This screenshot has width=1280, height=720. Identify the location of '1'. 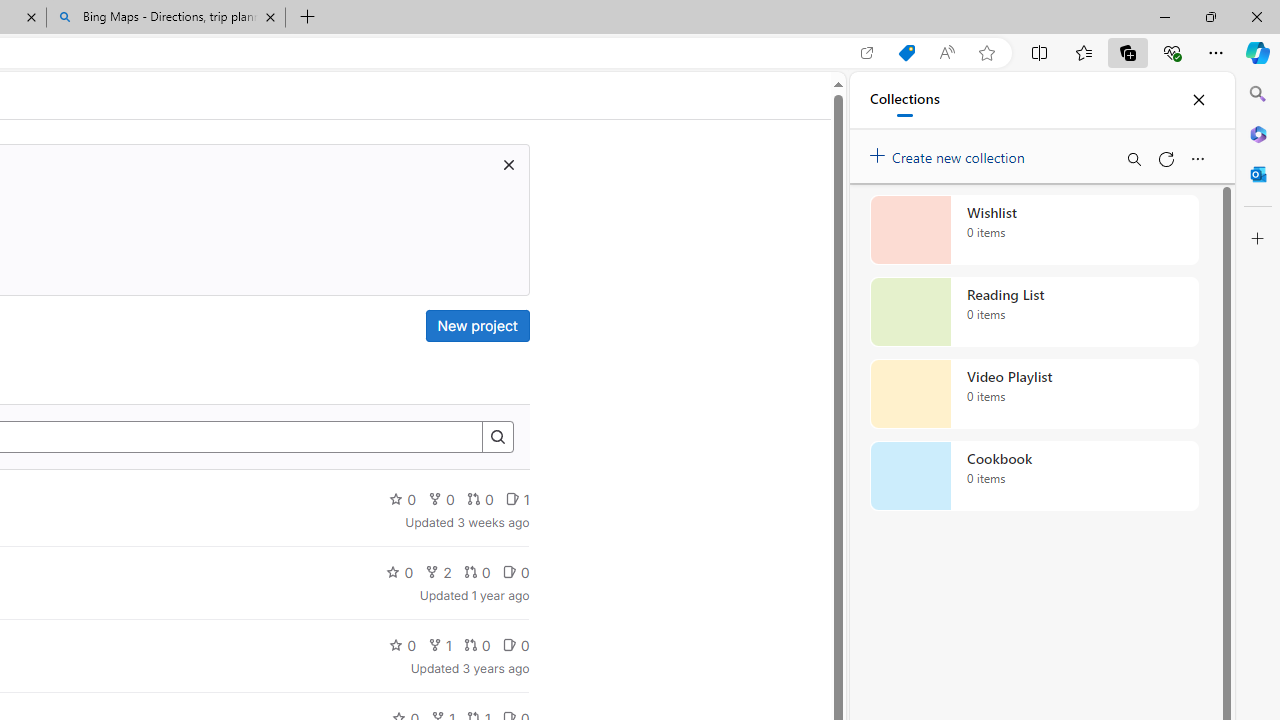
(438, 645).